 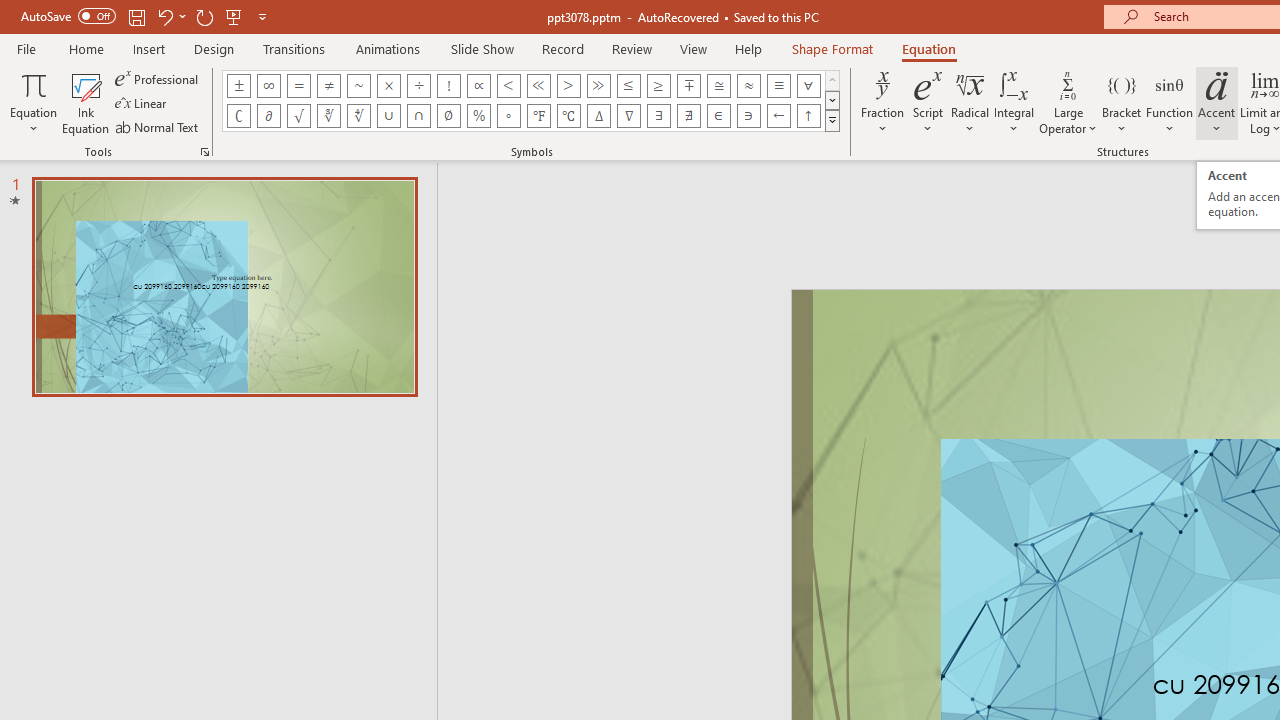 What do you see at coordinates (747, 85) in the screenshot?
I see `'Equation Symbol Almost Equal To (Asymptotic To)'` at bounding box center [747, 85].